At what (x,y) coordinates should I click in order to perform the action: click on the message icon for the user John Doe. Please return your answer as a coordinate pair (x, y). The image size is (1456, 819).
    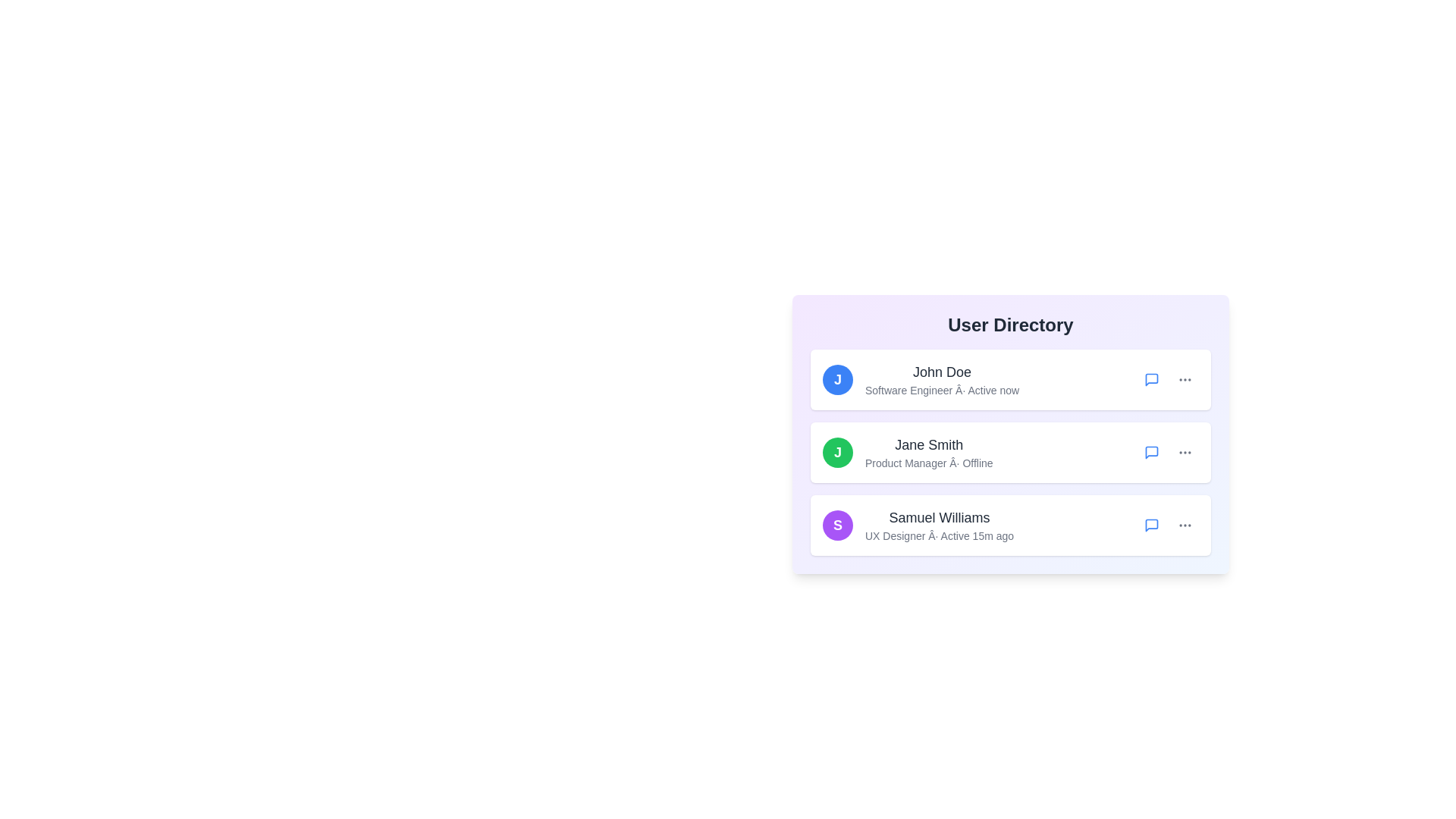
    Looking at the image, I should click on (1151, 379).